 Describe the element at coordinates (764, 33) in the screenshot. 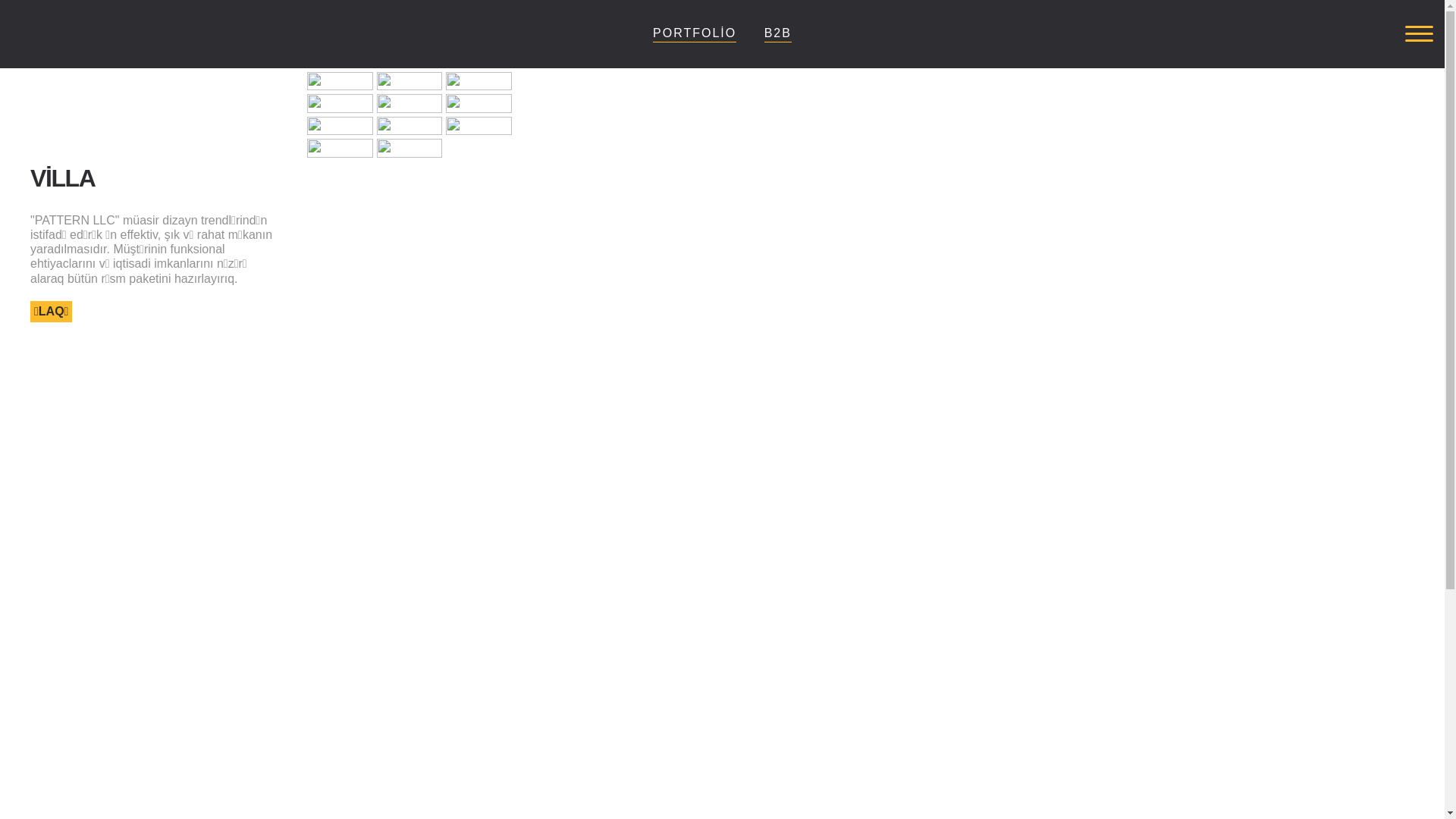

I see `'B2B'` at that location.